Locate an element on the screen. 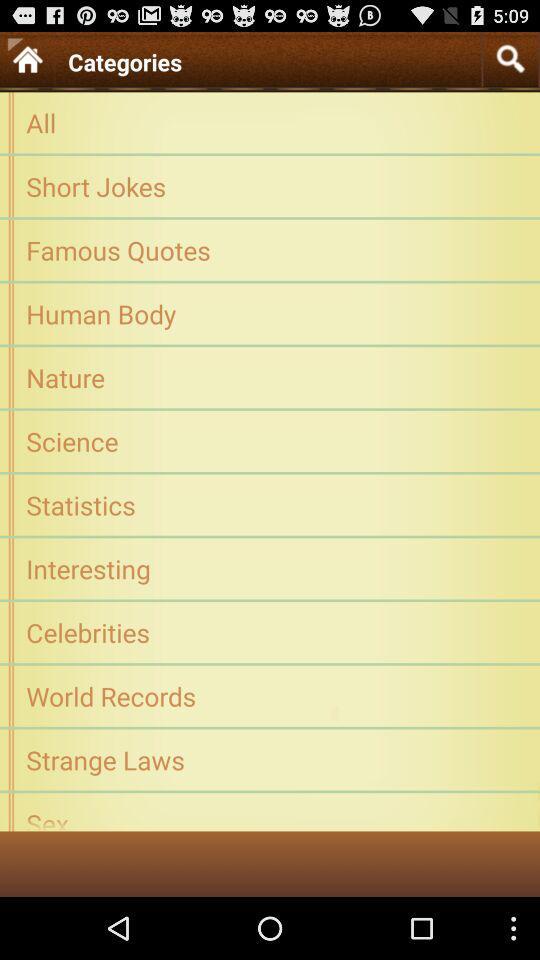  short jokes icon is located at coordinates (270, 186).